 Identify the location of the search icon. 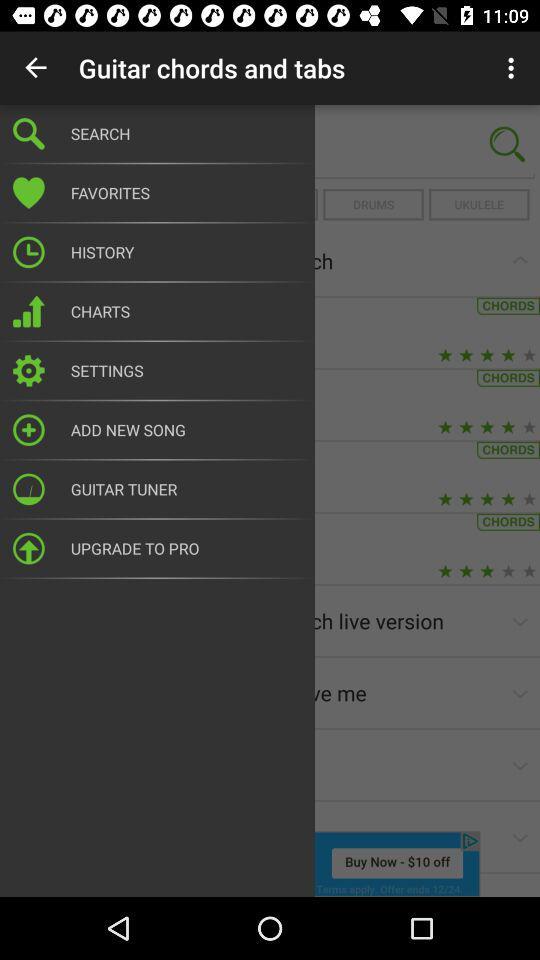
(507, 143).